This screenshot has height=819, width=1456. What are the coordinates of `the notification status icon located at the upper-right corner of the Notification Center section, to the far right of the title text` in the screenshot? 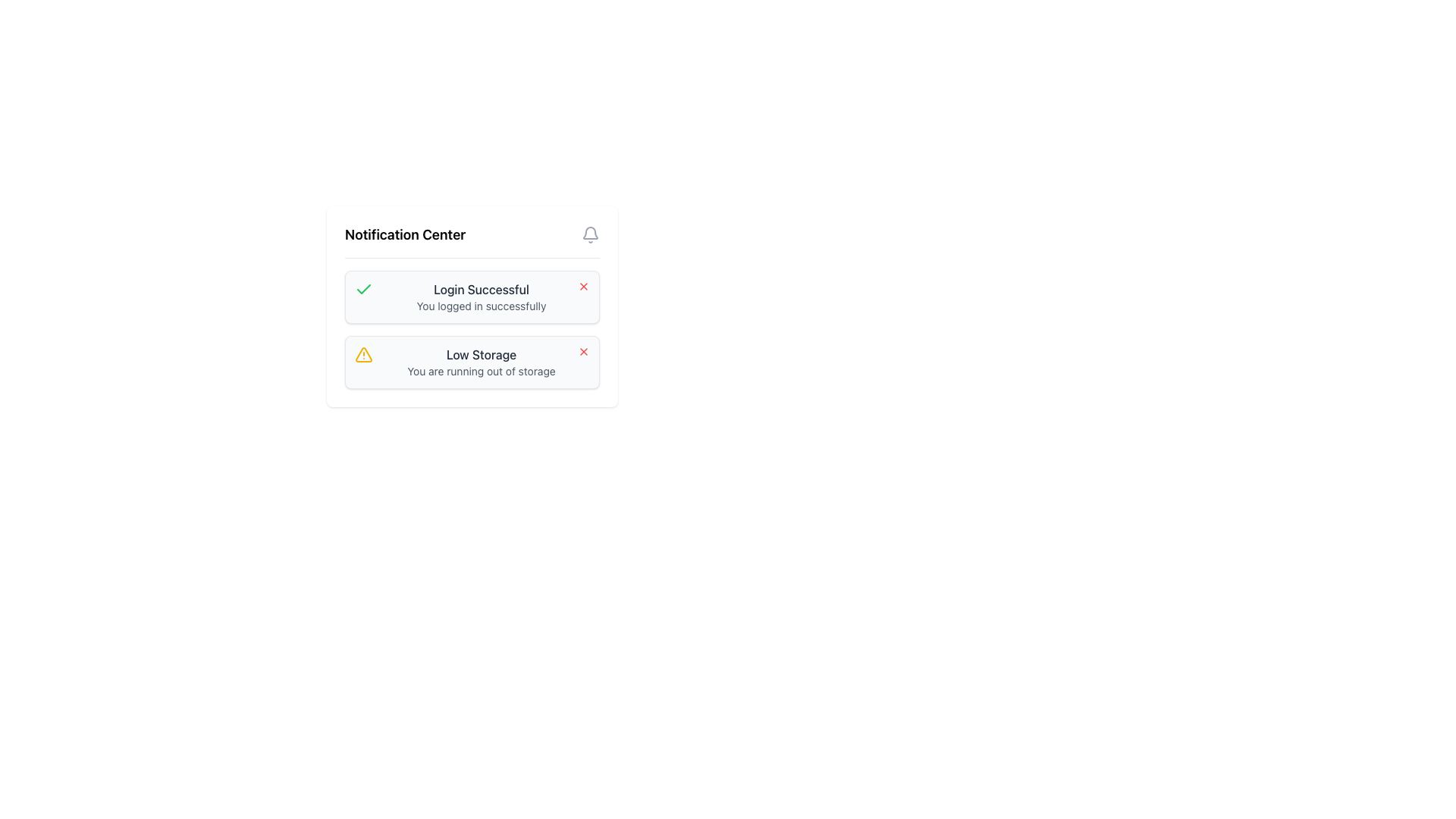 It's located at (589, 234).